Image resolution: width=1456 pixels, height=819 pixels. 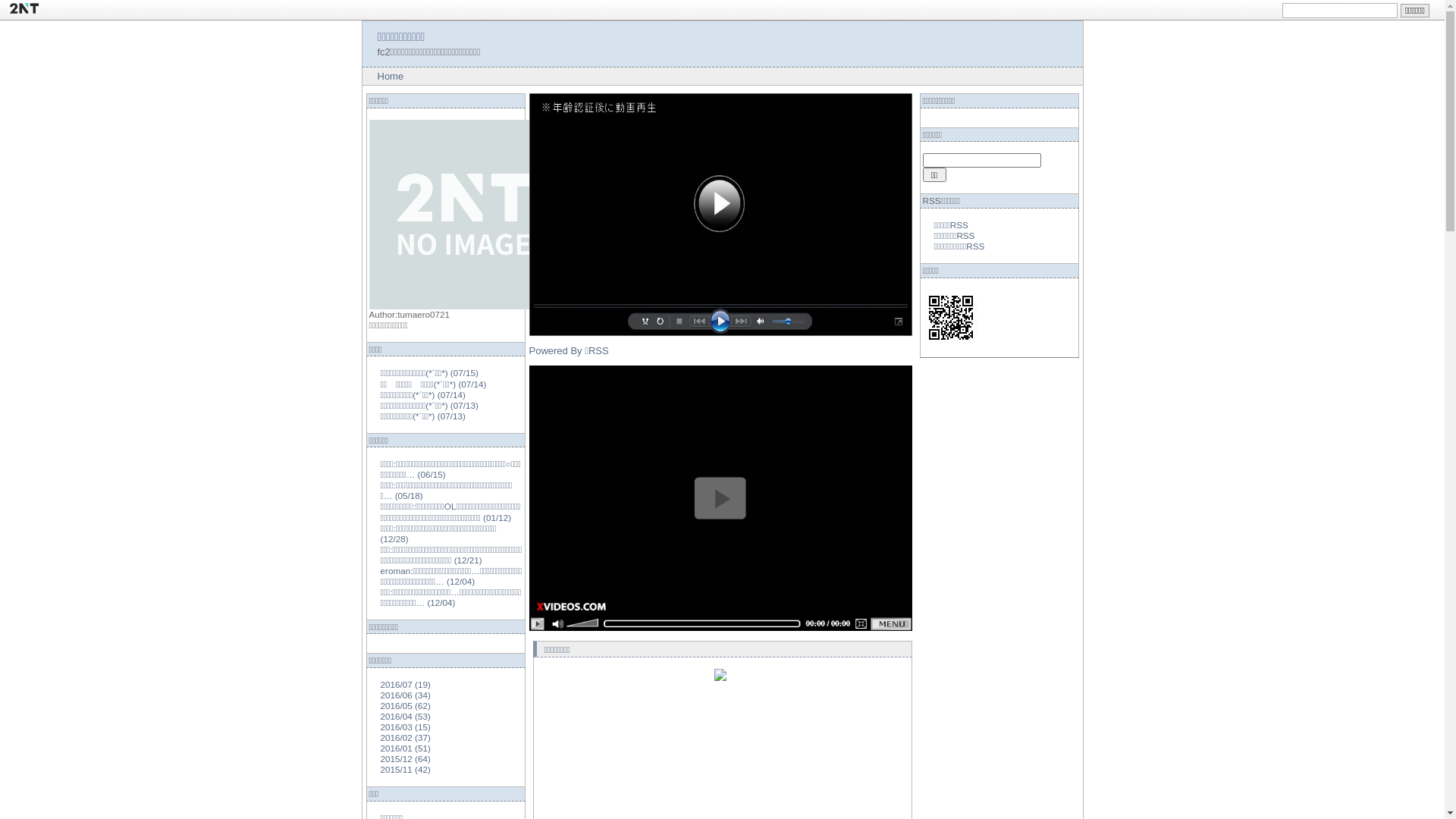 I want to click on '2016/04 (53)', so click(x=405, y=716).